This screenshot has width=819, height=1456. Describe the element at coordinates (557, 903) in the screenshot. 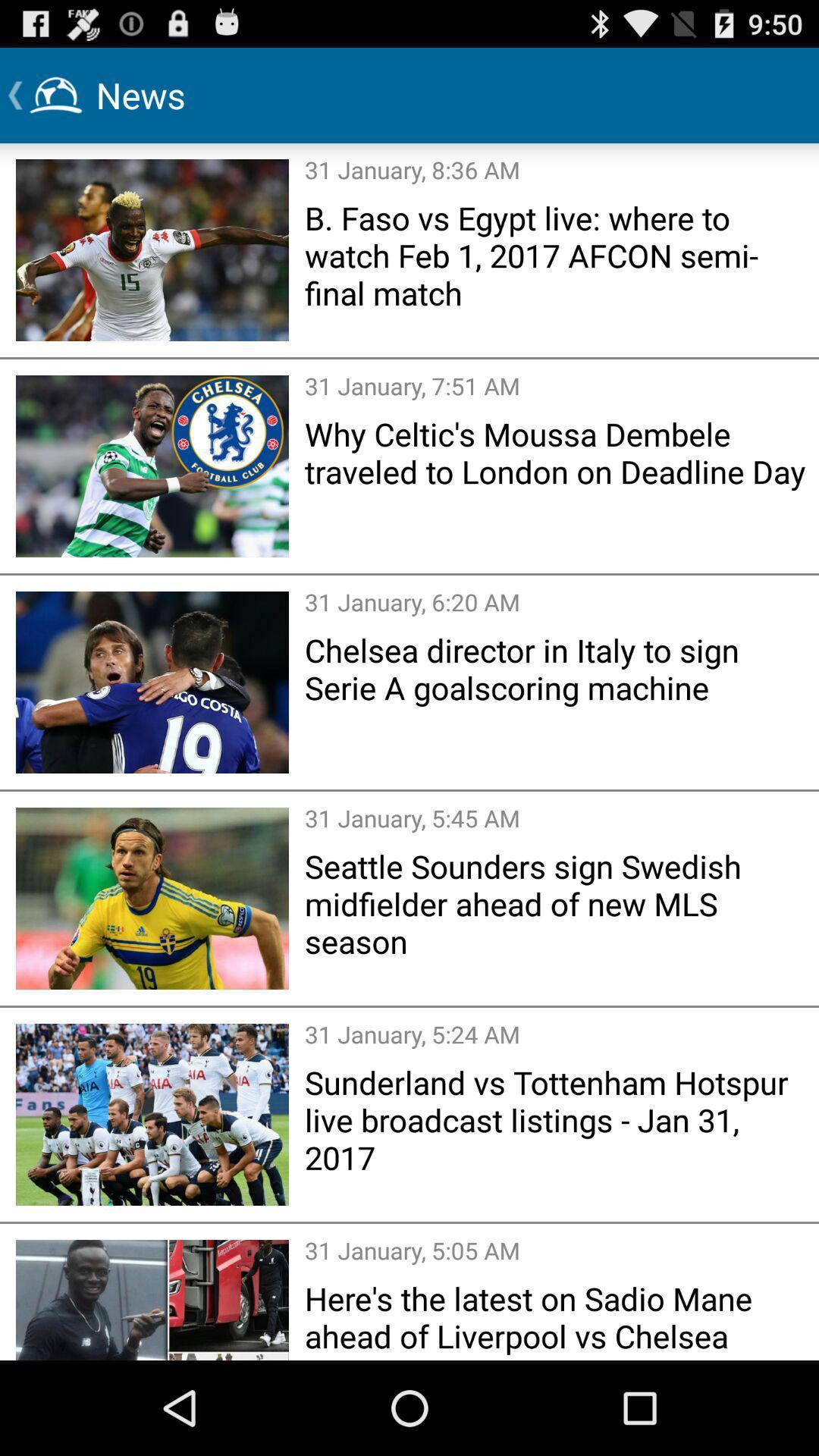

I see `the seattle sounders sign app` at that location.